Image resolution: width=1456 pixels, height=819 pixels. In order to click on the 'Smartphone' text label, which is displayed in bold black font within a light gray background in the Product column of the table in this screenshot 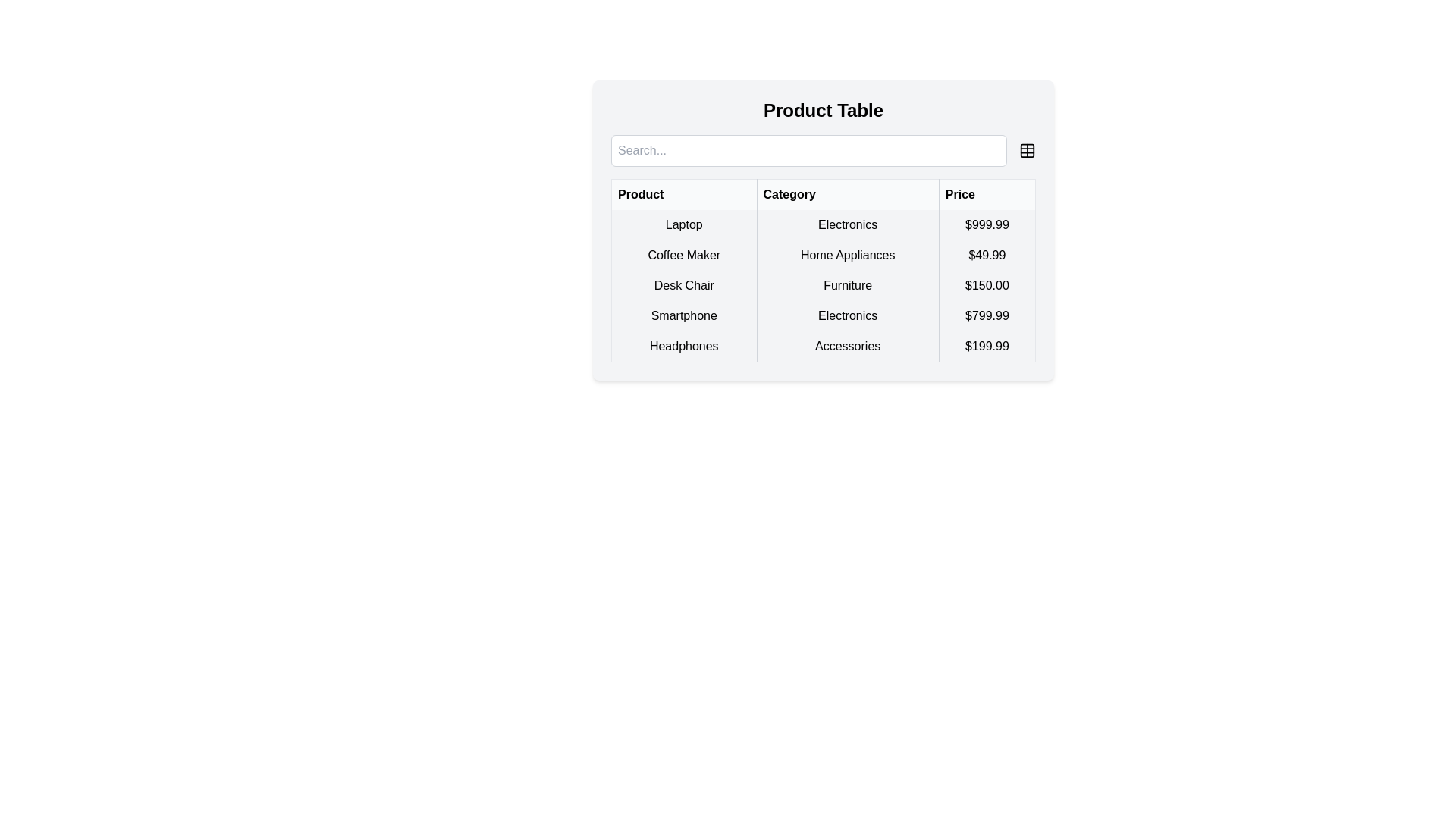, I will do `click(683, 315)`.